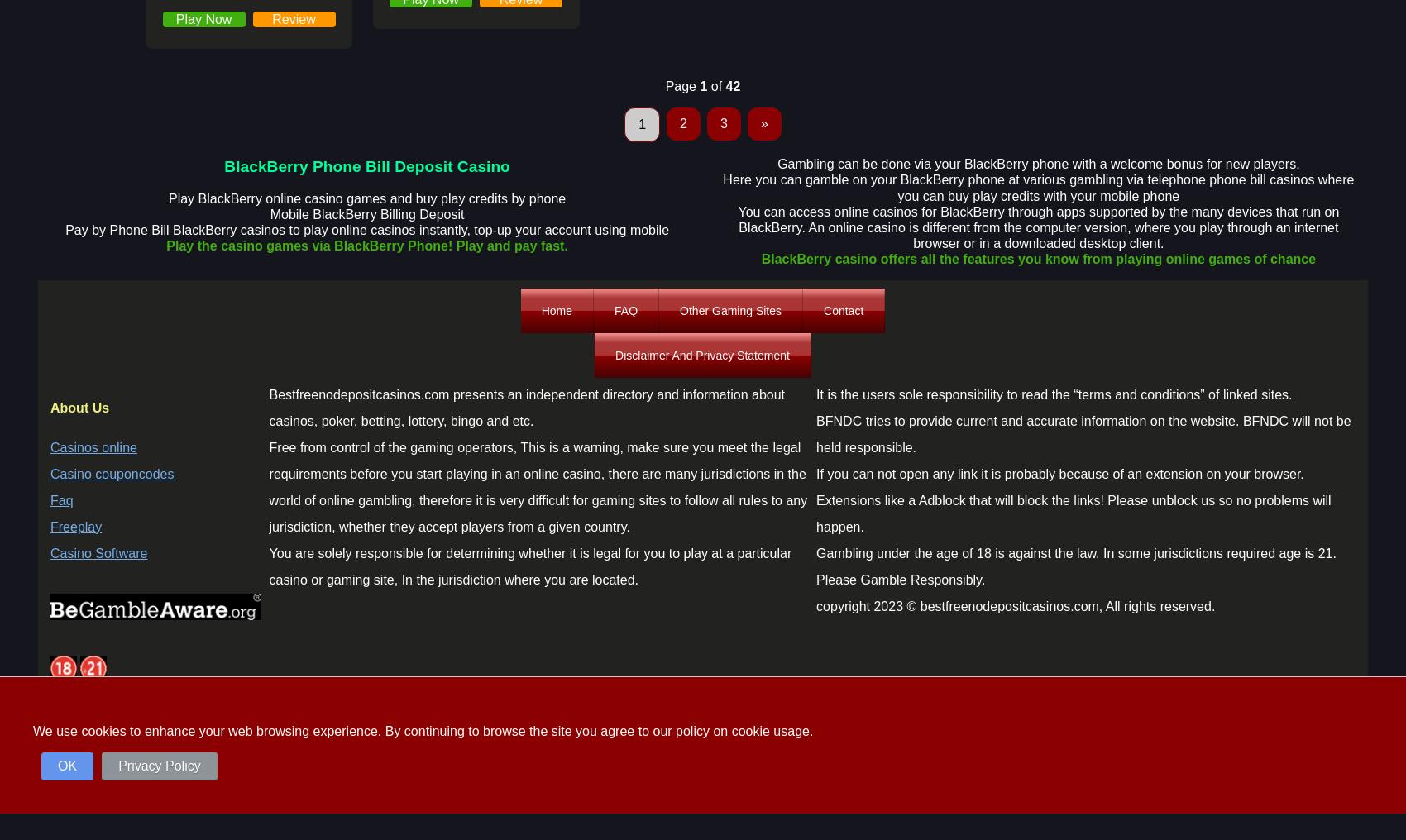 Image resolution: width=1406 pixels, height=840 pixels. Describe the element at coordinates (730, 310) in the screenshot. I see `'Other Gaming Sites'` at that location.